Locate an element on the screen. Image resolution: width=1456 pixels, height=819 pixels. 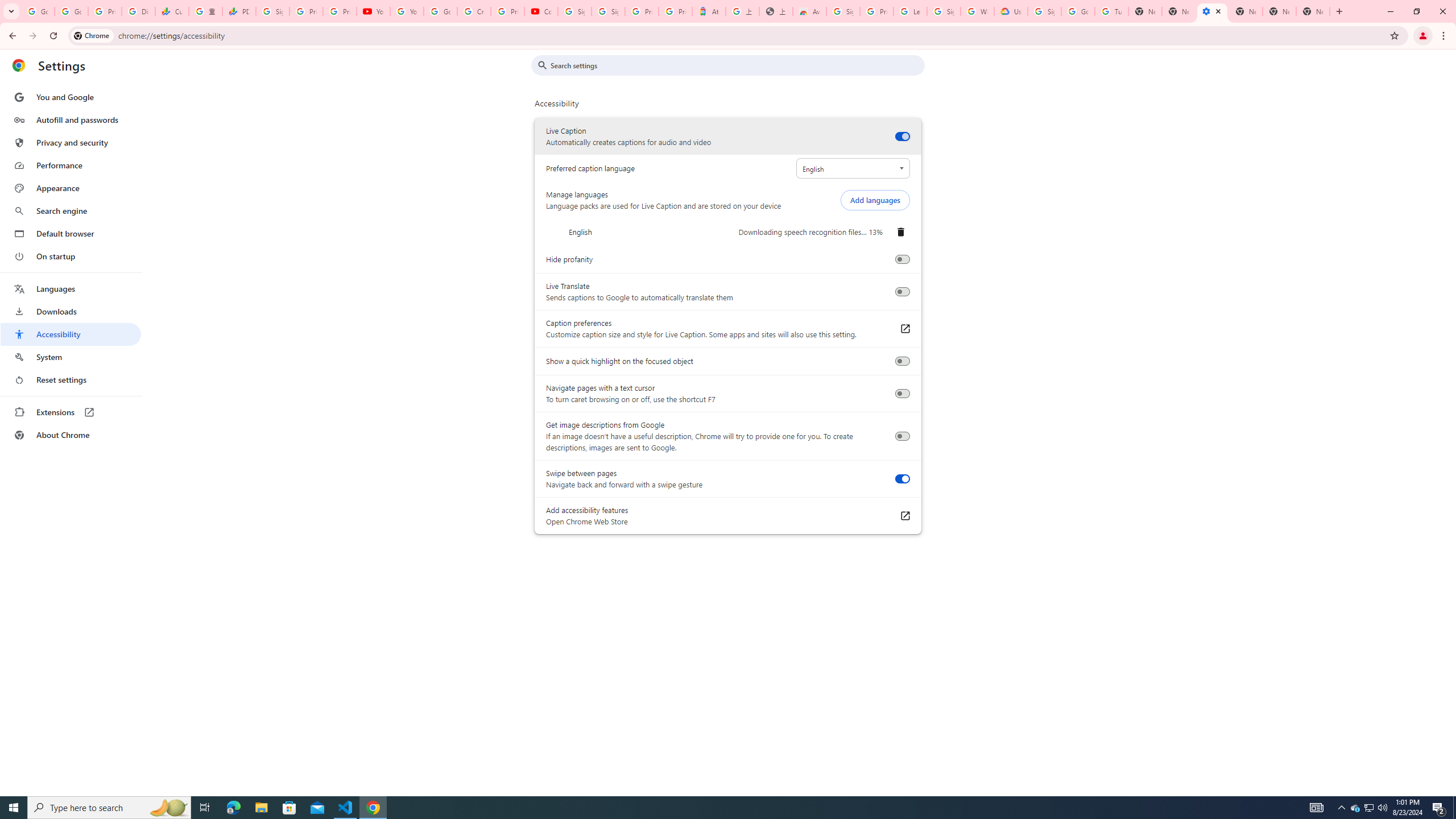
'Hide profanity' is located at coordinates (901, 259).